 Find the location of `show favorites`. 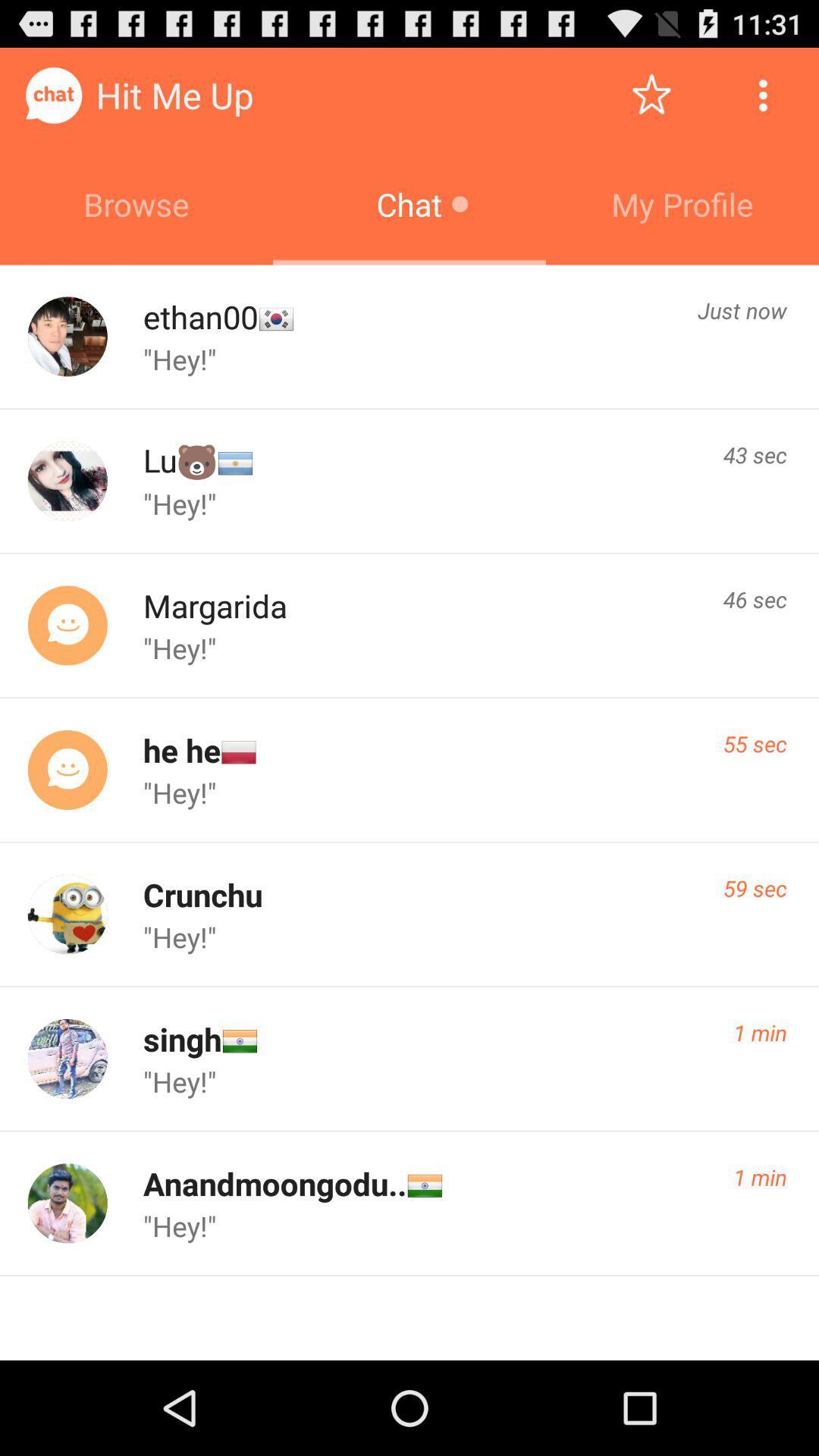

show favorites is located at coordinates (651, 94).